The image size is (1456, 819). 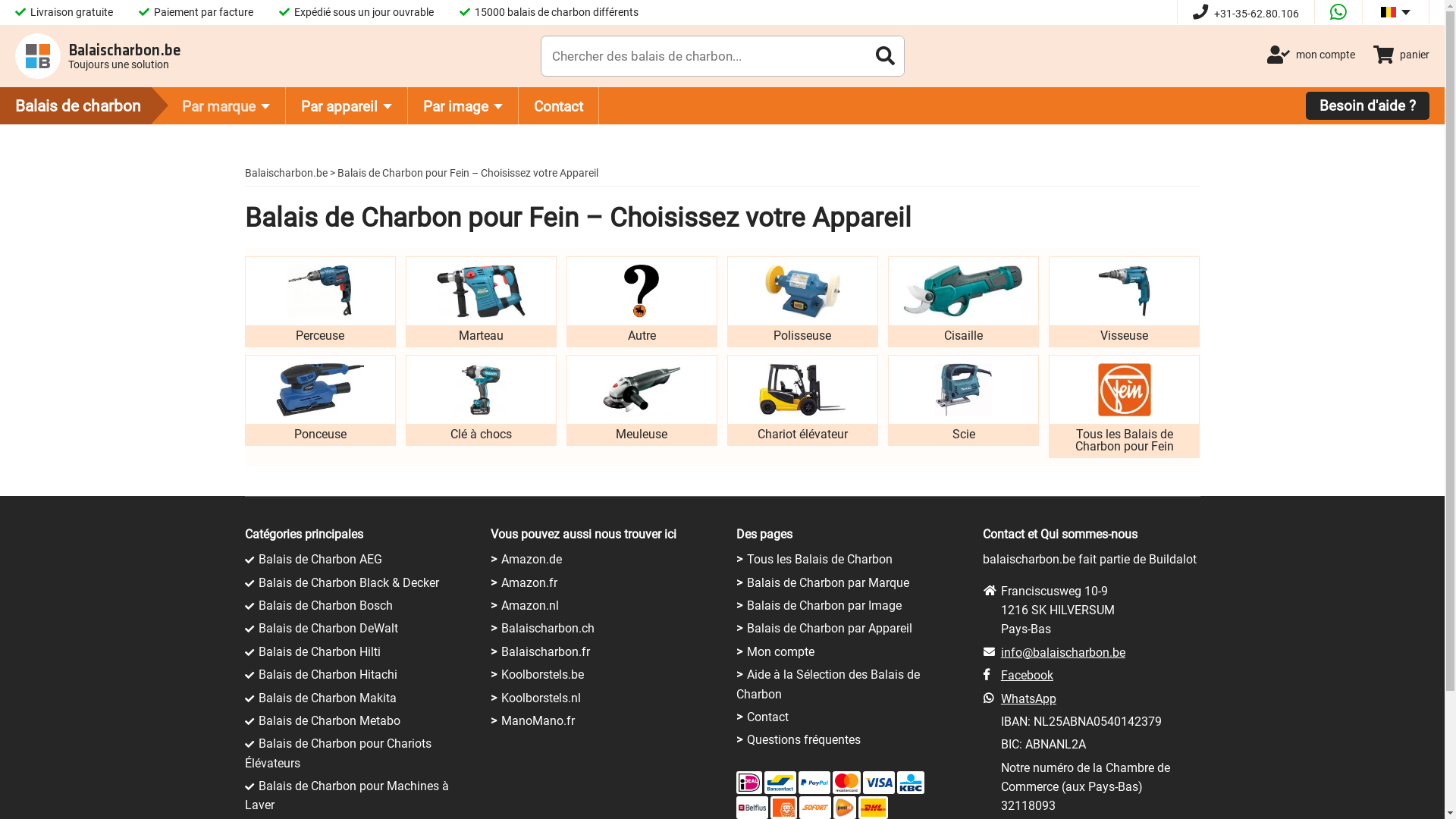 I want to click on 'Mastercard-logo', so click(x=846, y=783).